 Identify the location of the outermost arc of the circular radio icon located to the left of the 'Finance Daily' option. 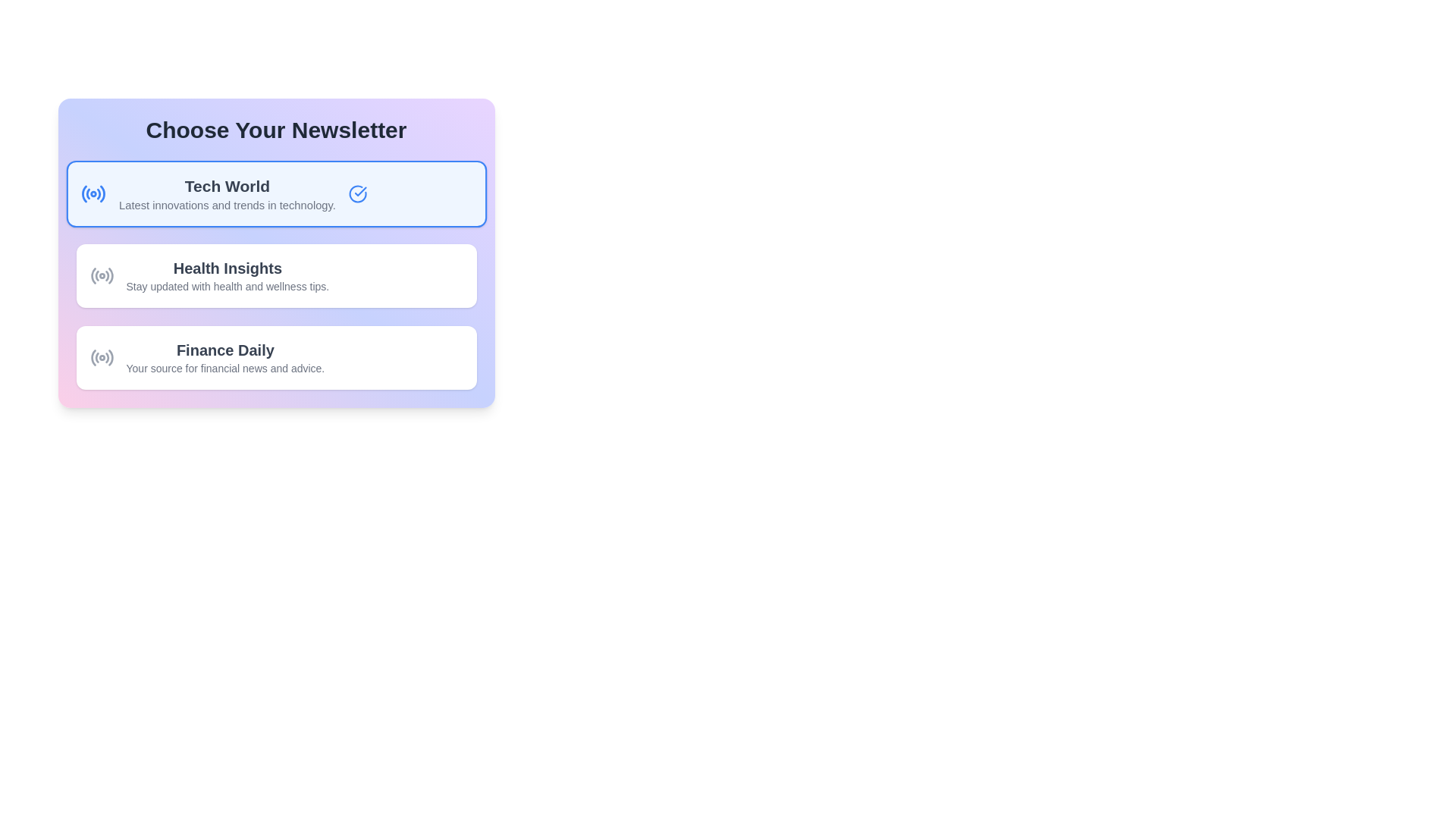
(93, 357).